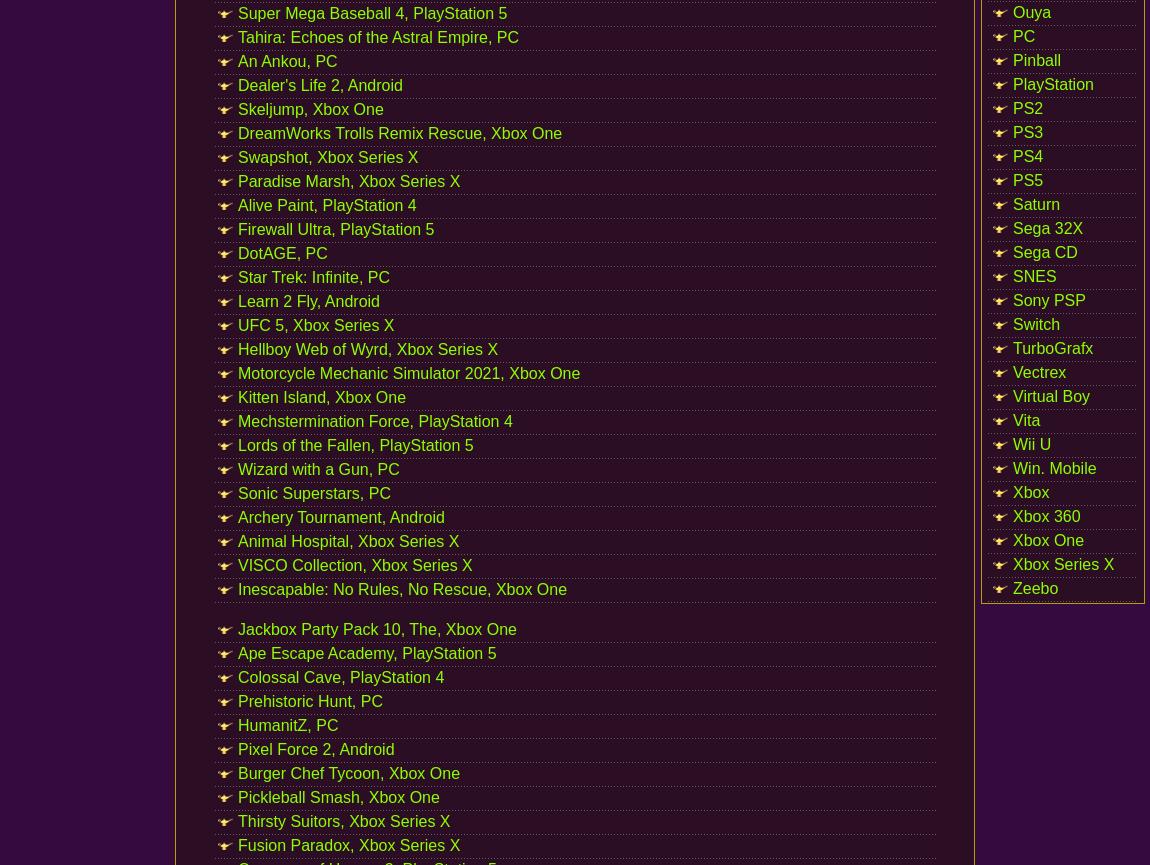 The height and width of the screenshot is (865, 1150). I want to click on 'Virtual Boy', so click(1051, 396).